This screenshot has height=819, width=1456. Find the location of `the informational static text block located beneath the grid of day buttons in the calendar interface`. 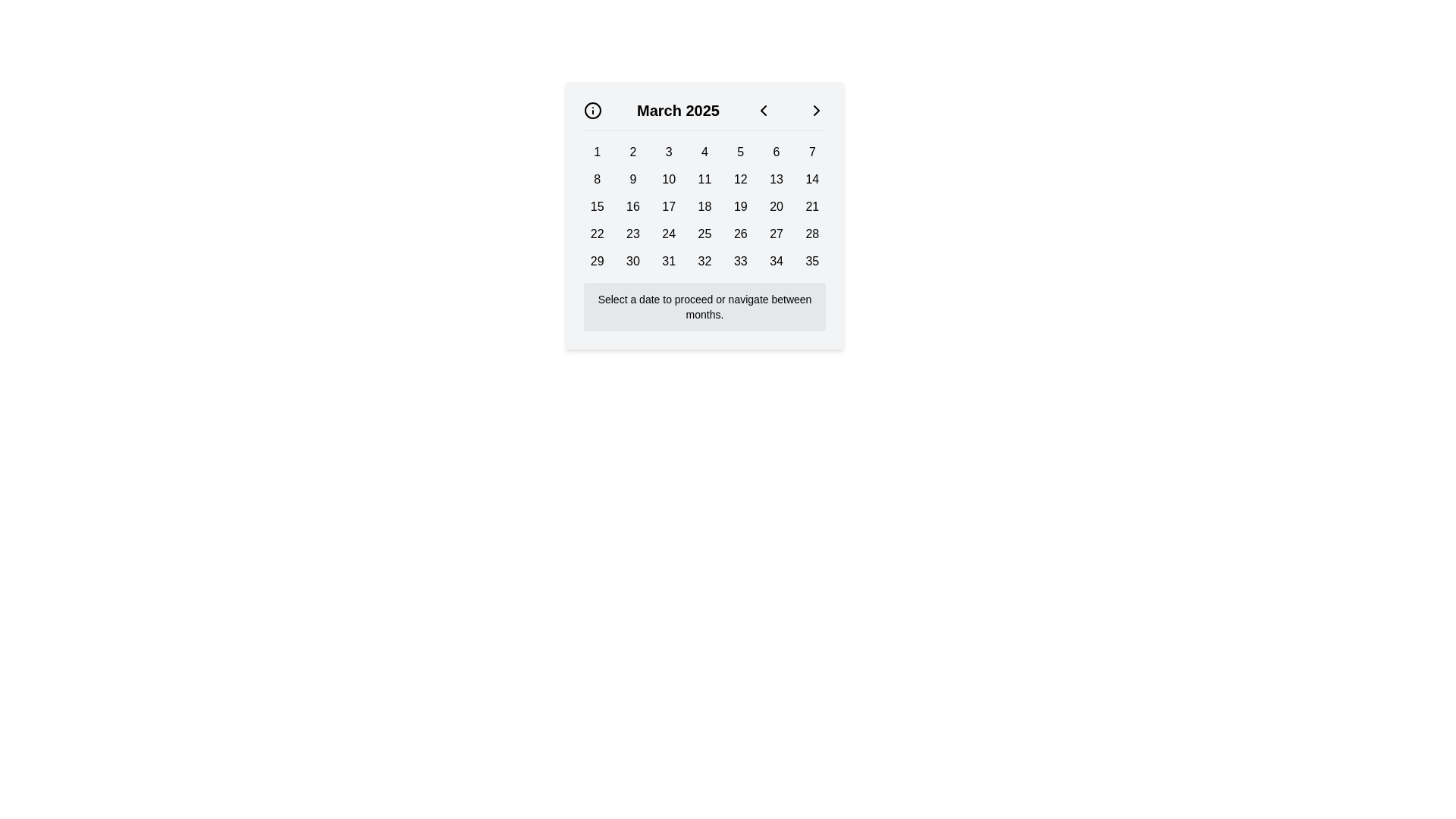

the informational static text block located beneath the grid of day buttons in the calendar interface is located at coordinates (704, 307).